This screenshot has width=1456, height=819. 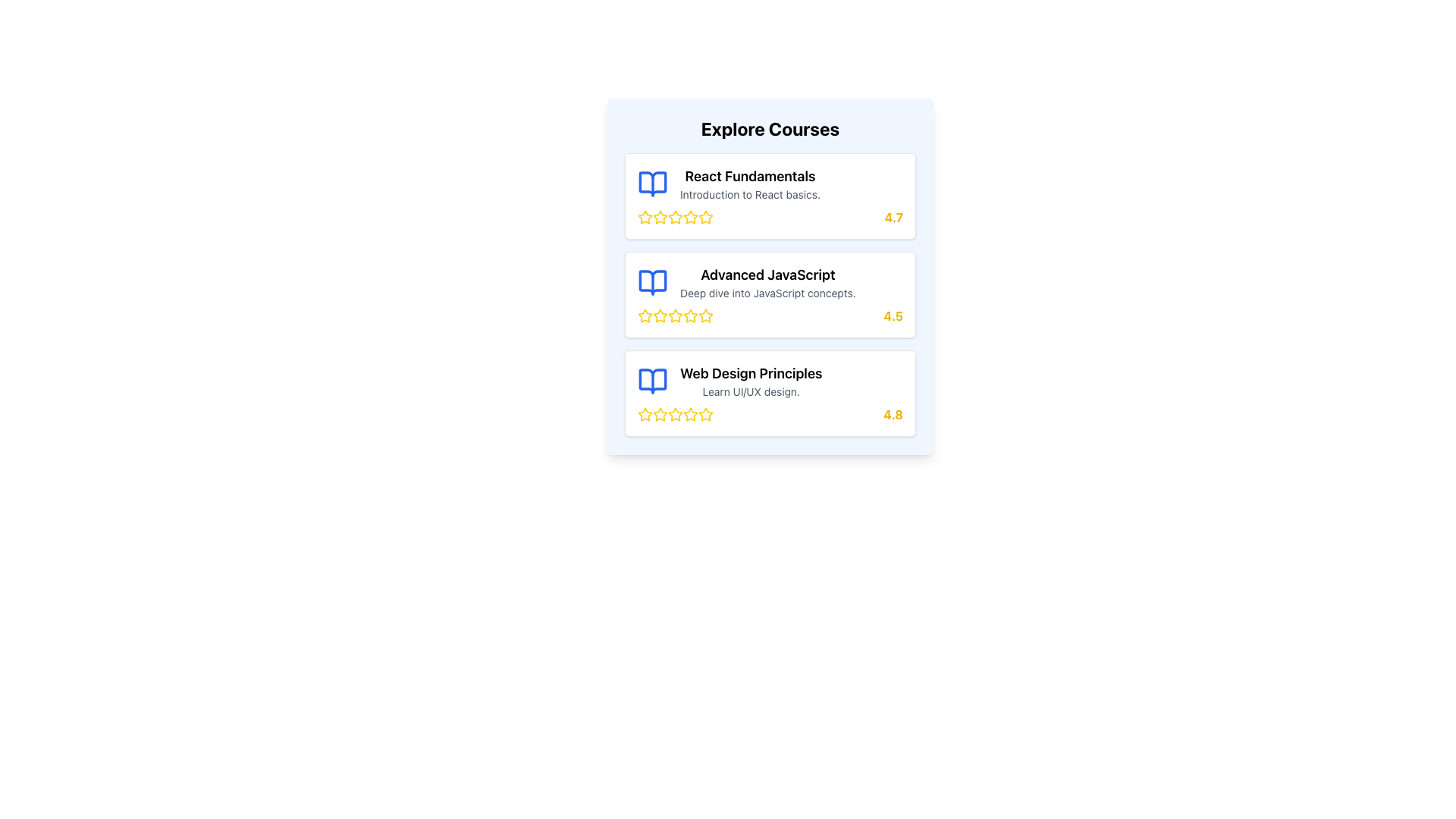 What do you see at coordinates (770, 295) in the screenshot?
I see `the course title in the structured list component located below the 'Explore Courses' title` at bounding box center [770, 295].